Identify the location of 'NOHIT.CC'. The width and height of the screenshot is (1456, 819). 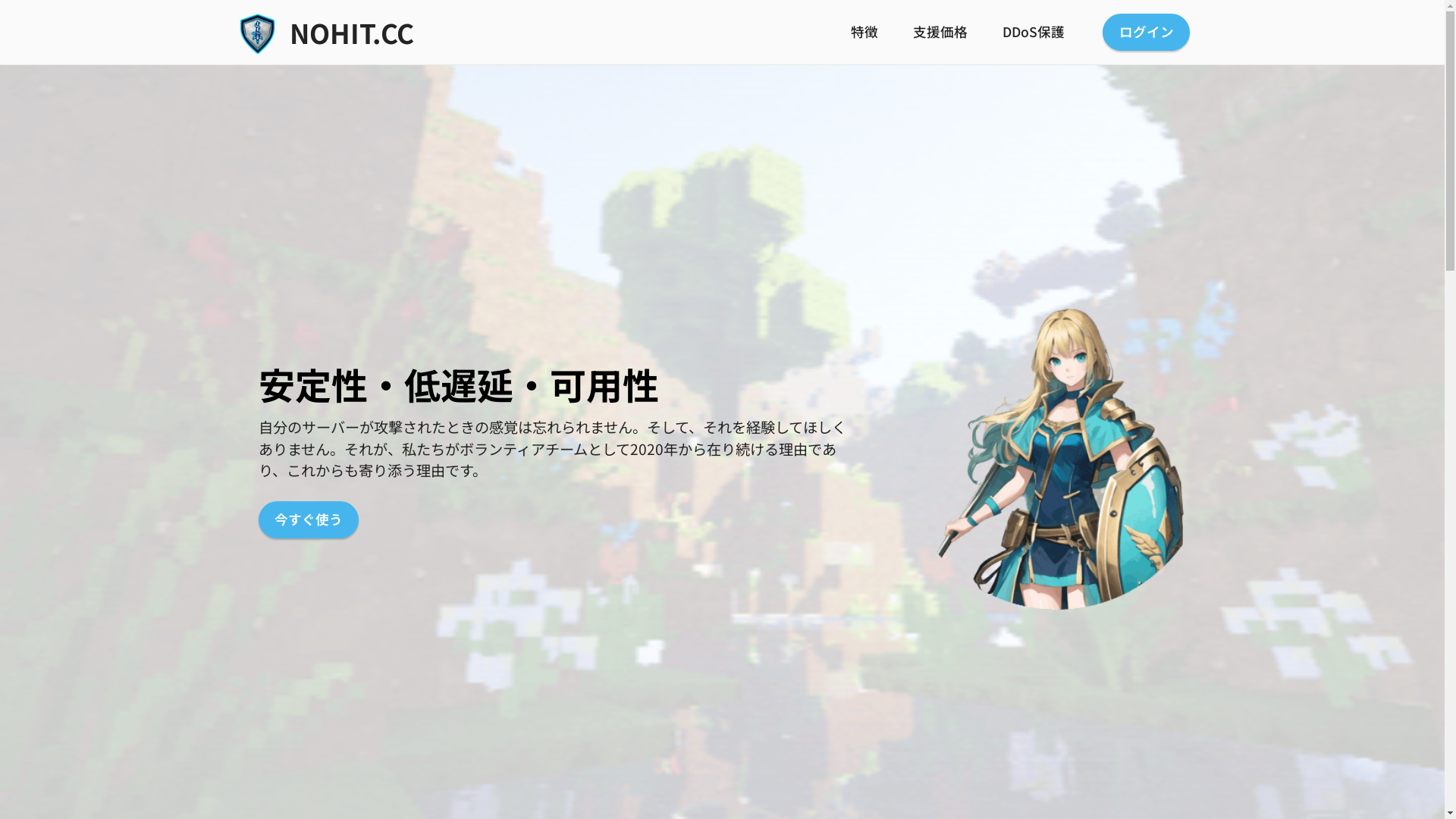
(290, 32).